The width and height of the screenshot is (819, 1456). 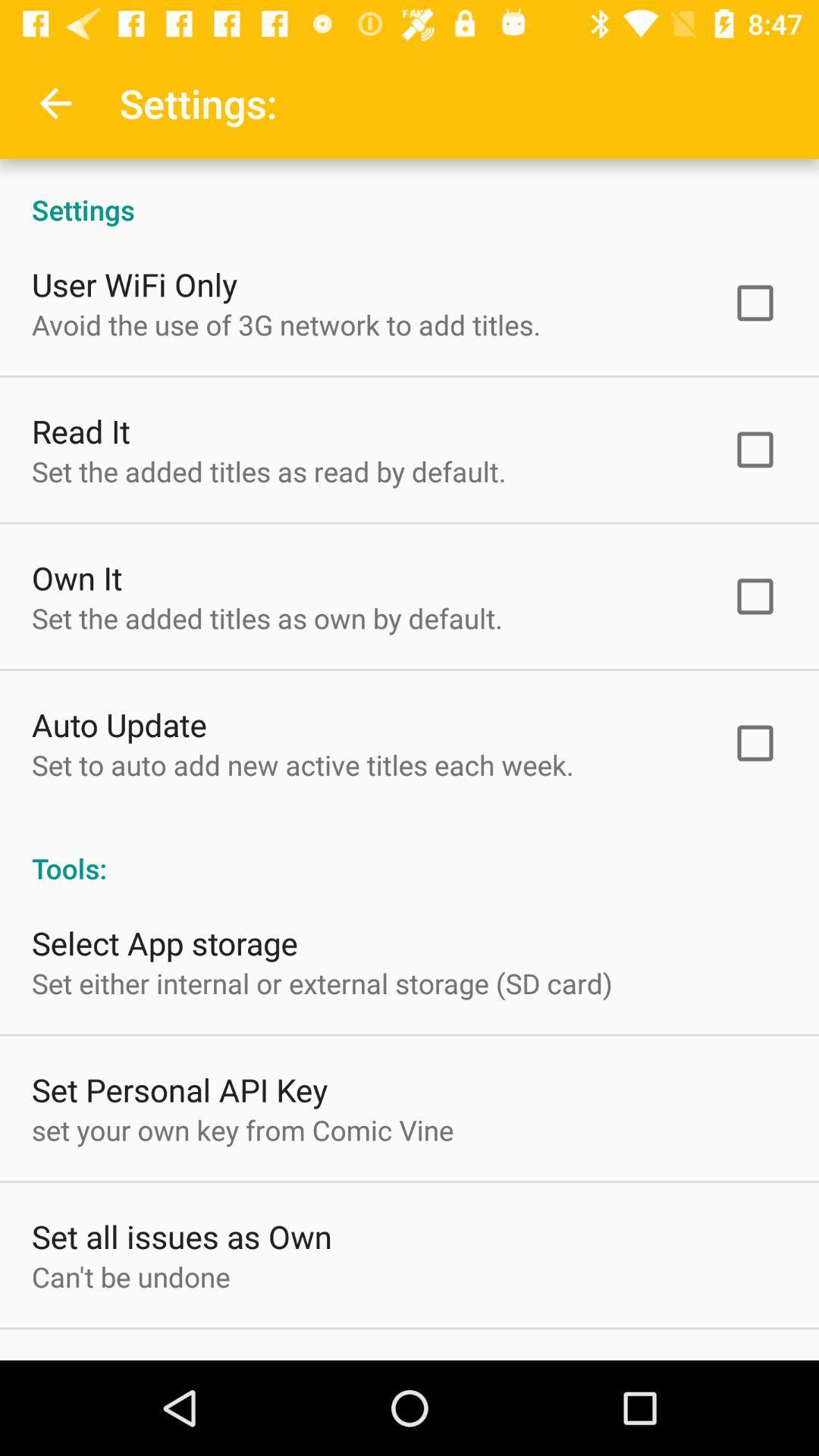 I want to click on user wifi only icon, so click(x=133, y=284).